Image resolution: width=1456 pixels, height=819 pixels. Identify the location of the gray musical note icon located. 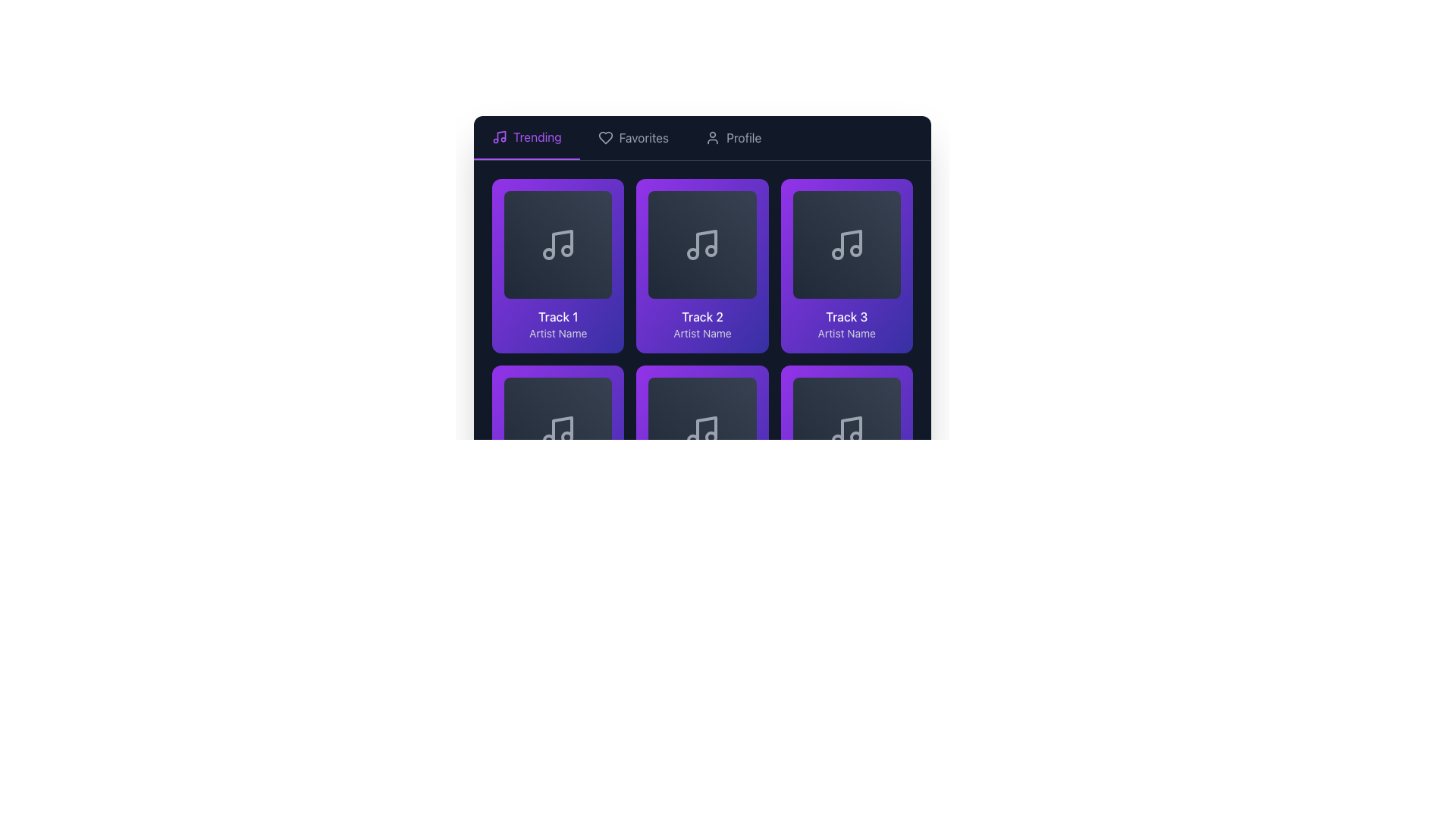
(846, 244).